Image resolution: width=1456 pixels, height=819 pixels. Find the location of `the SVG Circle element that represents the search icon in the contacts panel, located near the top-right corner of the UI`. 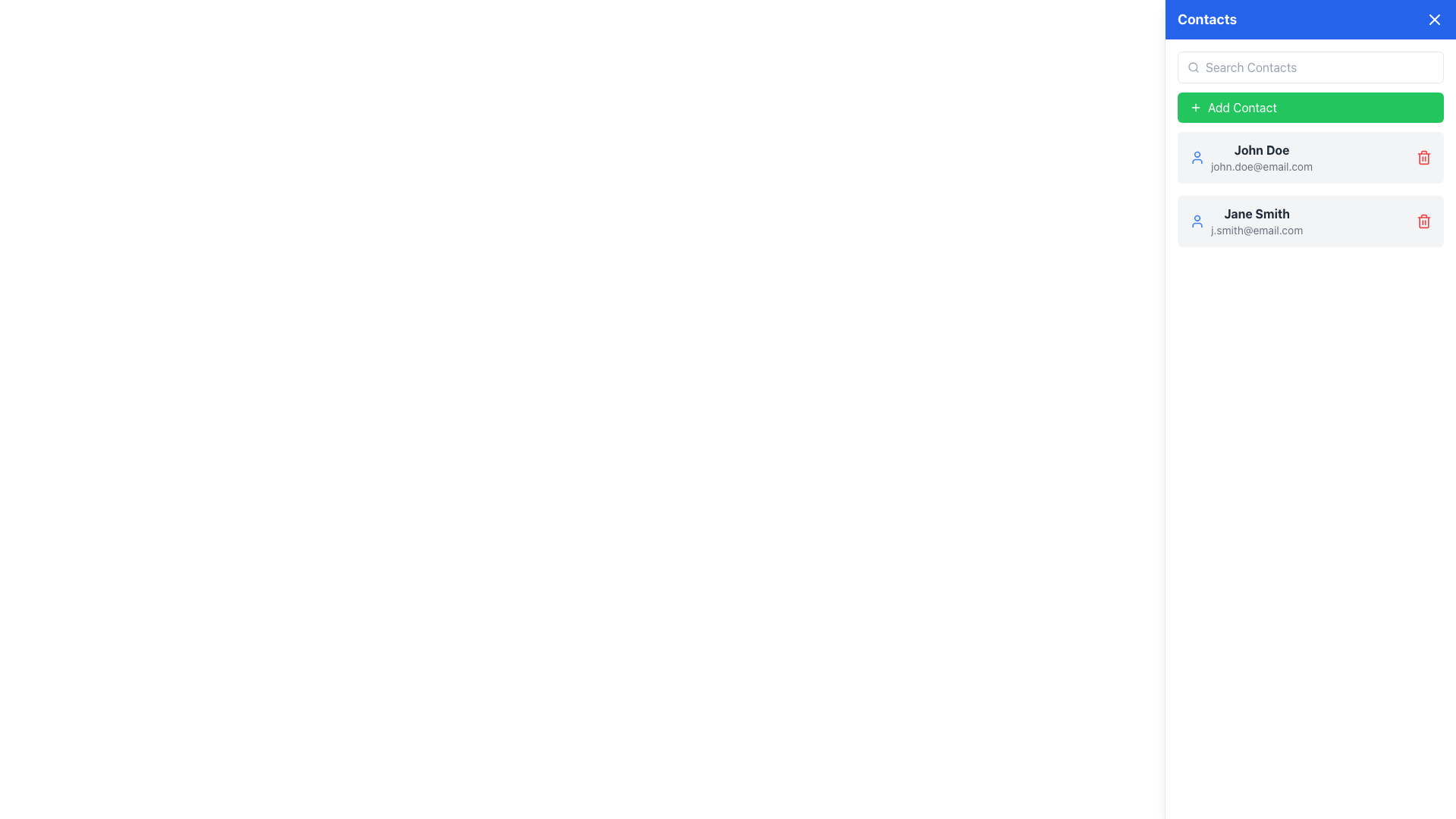

the SVG Circle element that represents the search icon in the contacts panel, located near the top-right corner of the UI is located at coordinates (1192, 66).